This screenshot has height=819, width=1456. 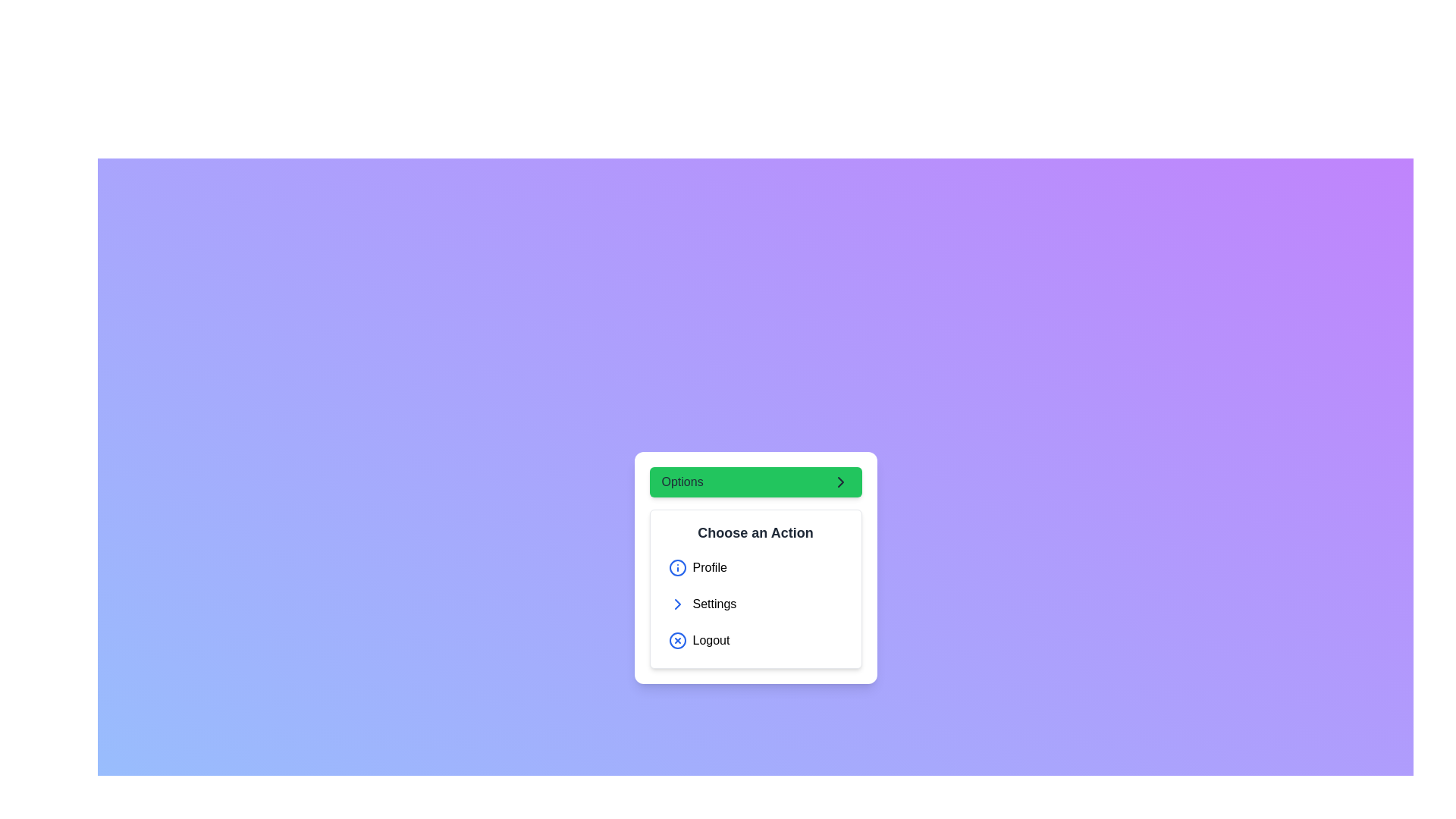 What do you see at coordinates (839, 482) in the screenshot?
I see `the chevron icon located at the right edge of the 'Options' button` at bounding box center [839, 482].